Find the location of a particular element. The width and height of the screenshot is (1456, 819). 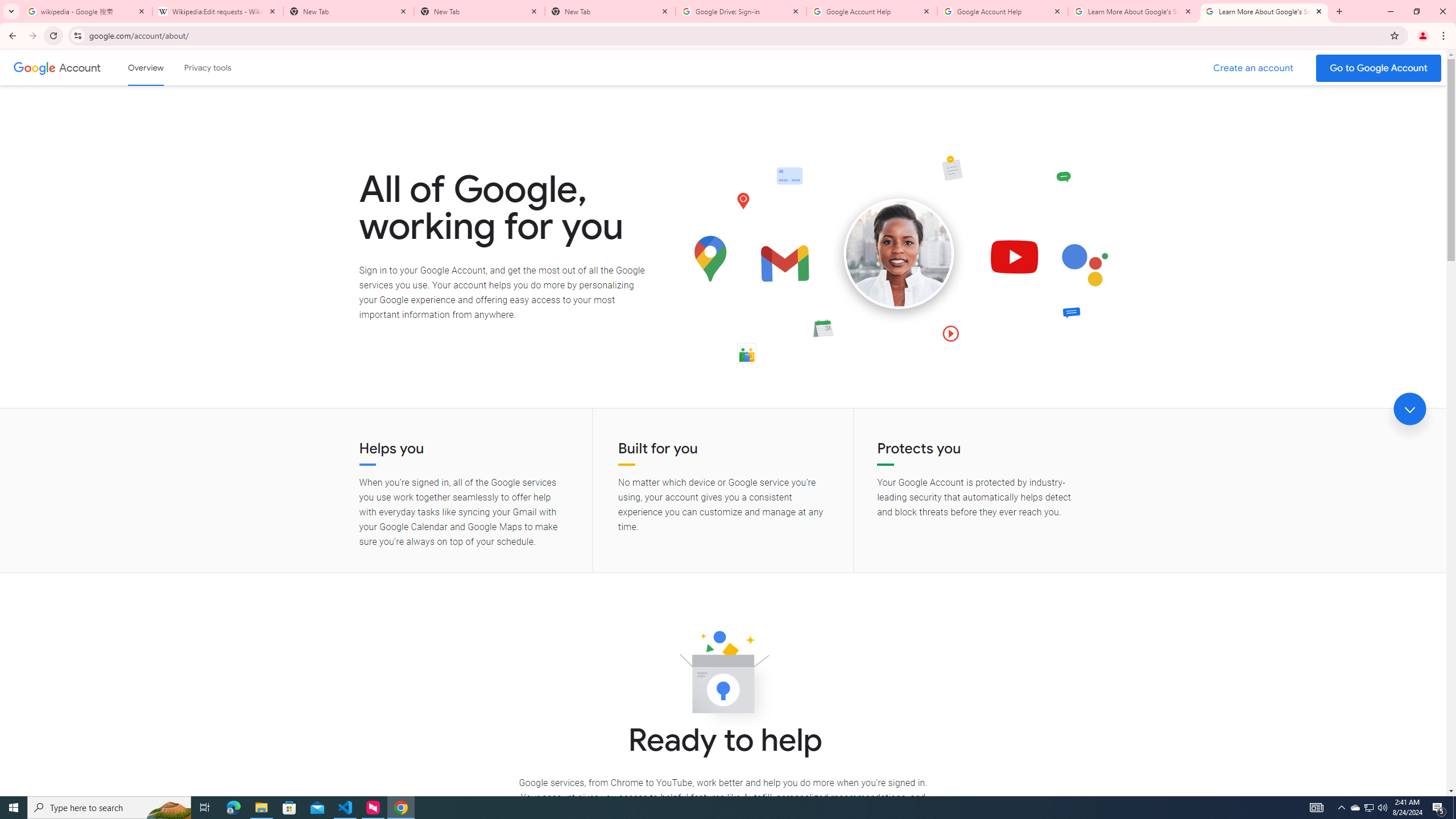

'Google Account overview' is located at coordinates (146, 67).